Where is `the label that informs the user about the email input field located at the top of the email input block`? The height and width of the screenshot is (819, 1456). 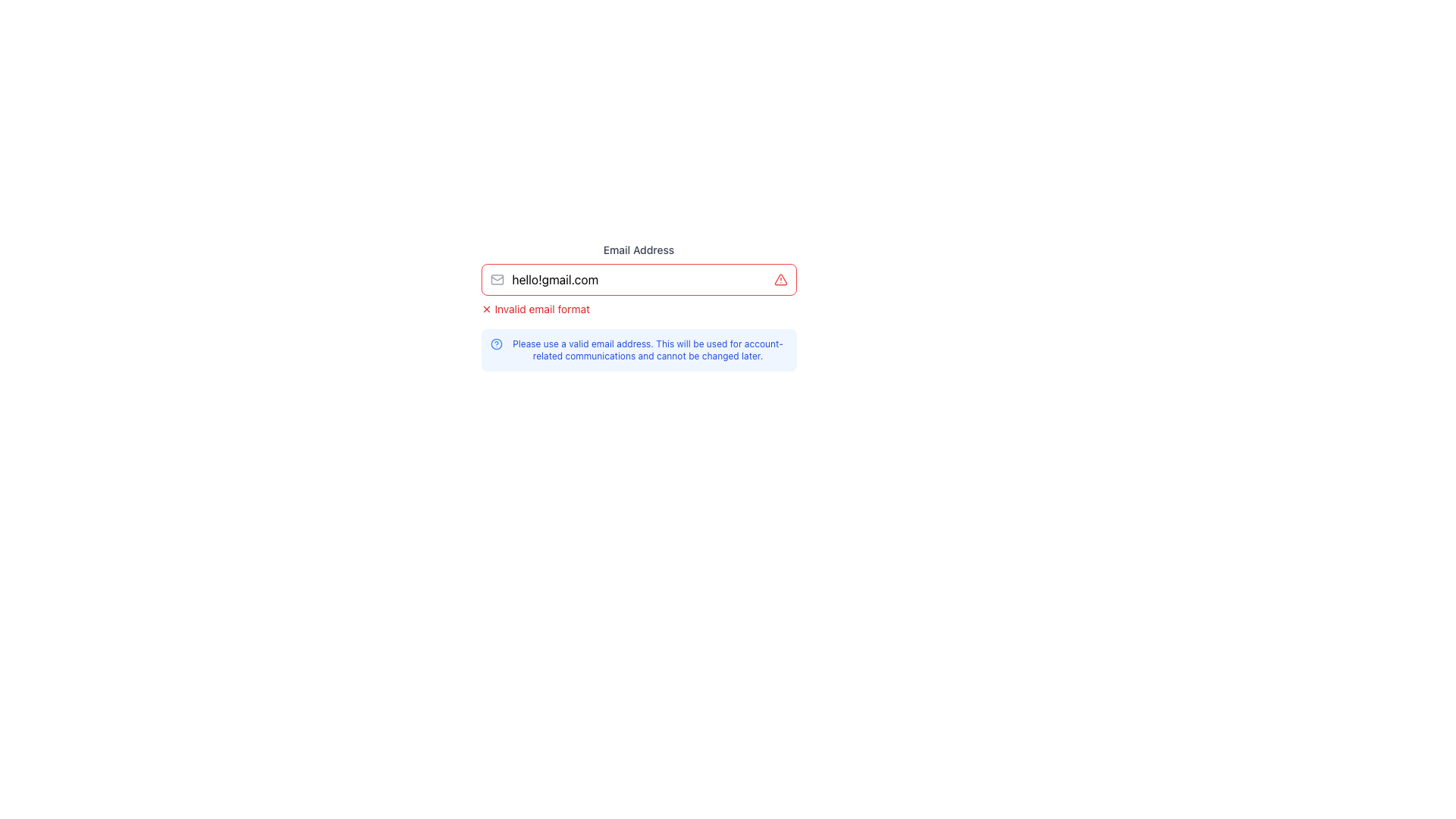 the label that informs the user about the email input field located at the top of the email input block is located at coordinates (639, 249).